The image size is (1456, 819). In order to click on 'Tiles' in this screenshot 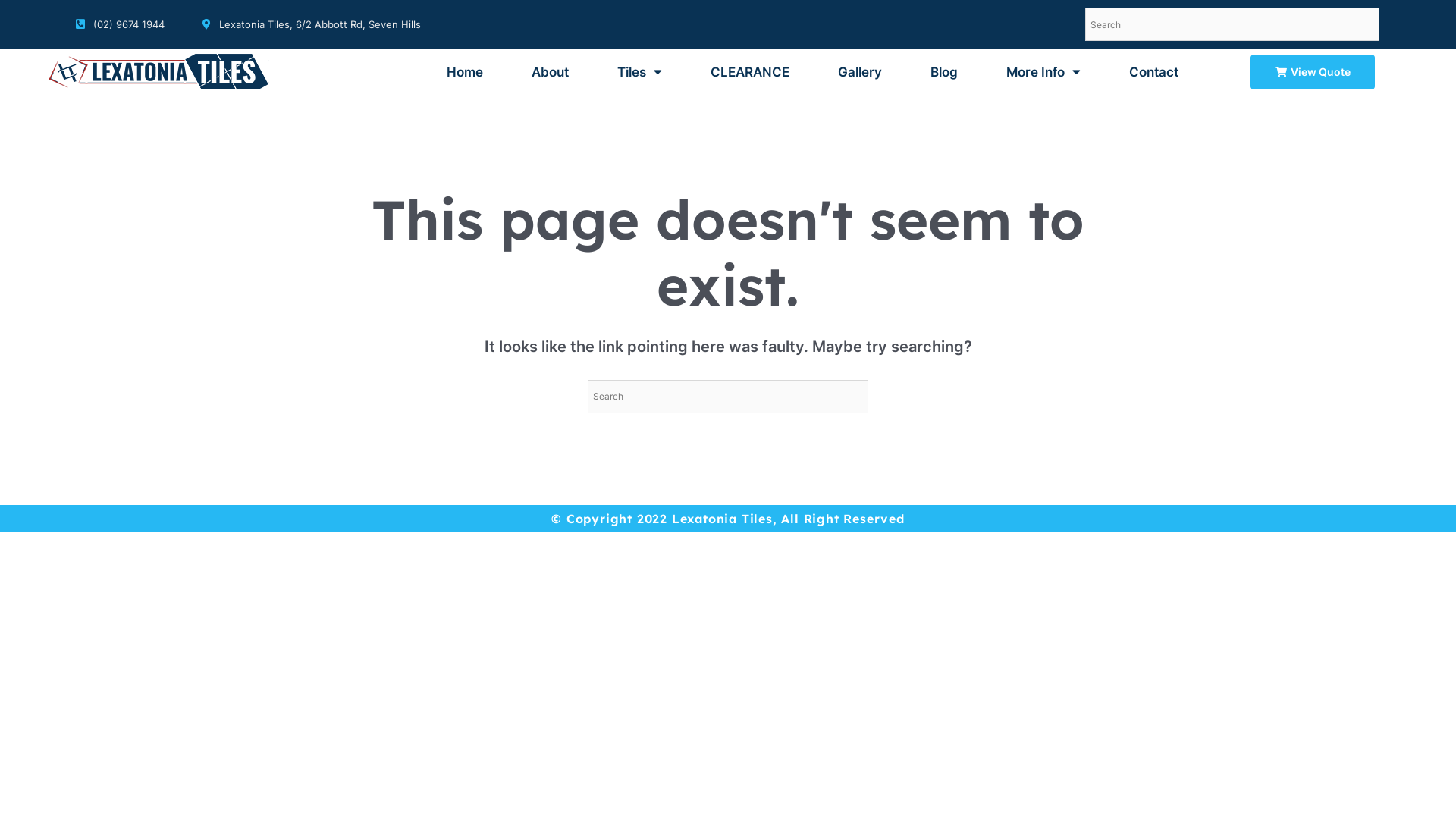, I will do `click(639, 72)`.